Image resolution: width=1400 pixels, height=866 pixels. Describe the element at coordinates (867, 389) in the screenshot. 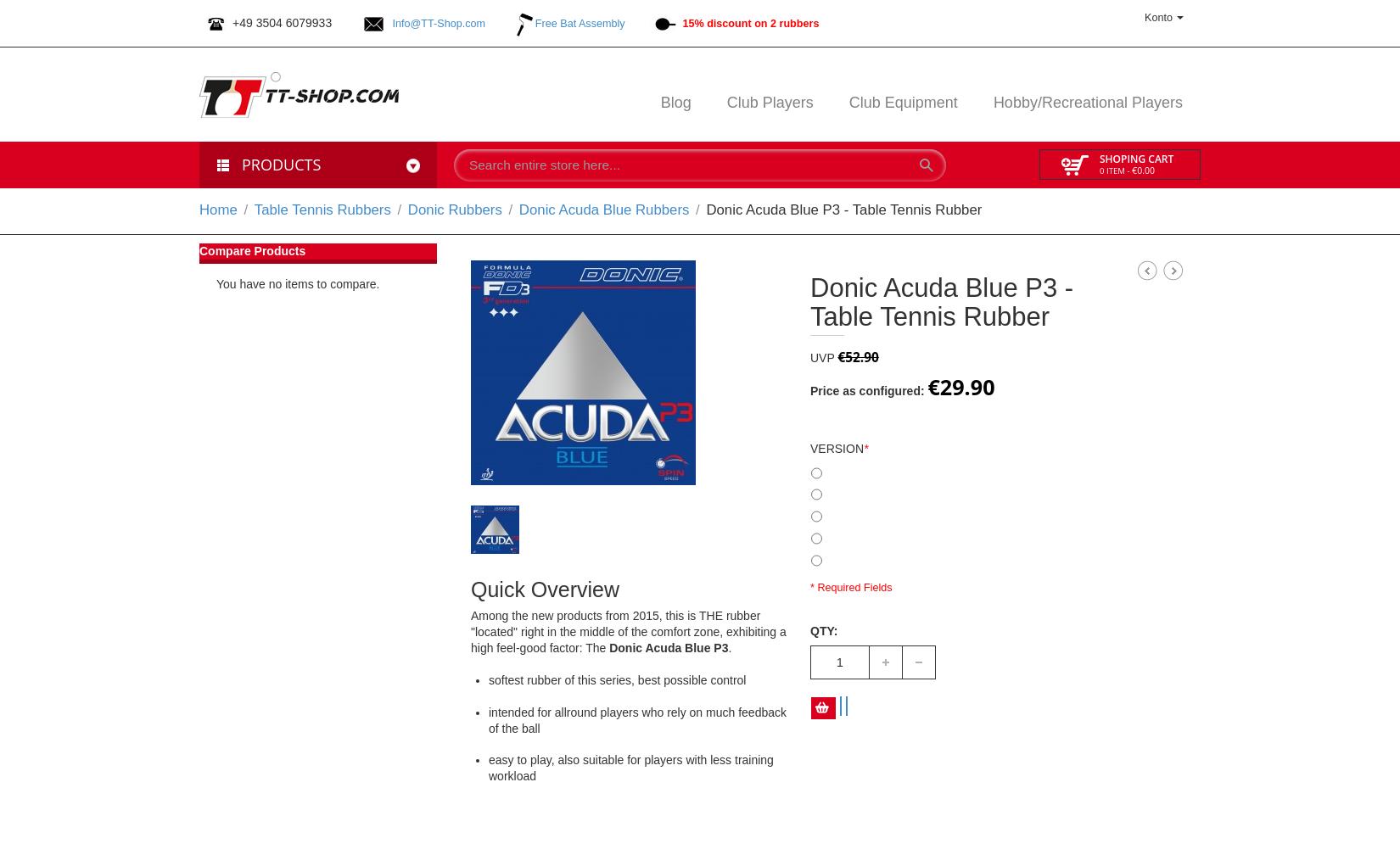

I see `'Price as configured:'` at that location.